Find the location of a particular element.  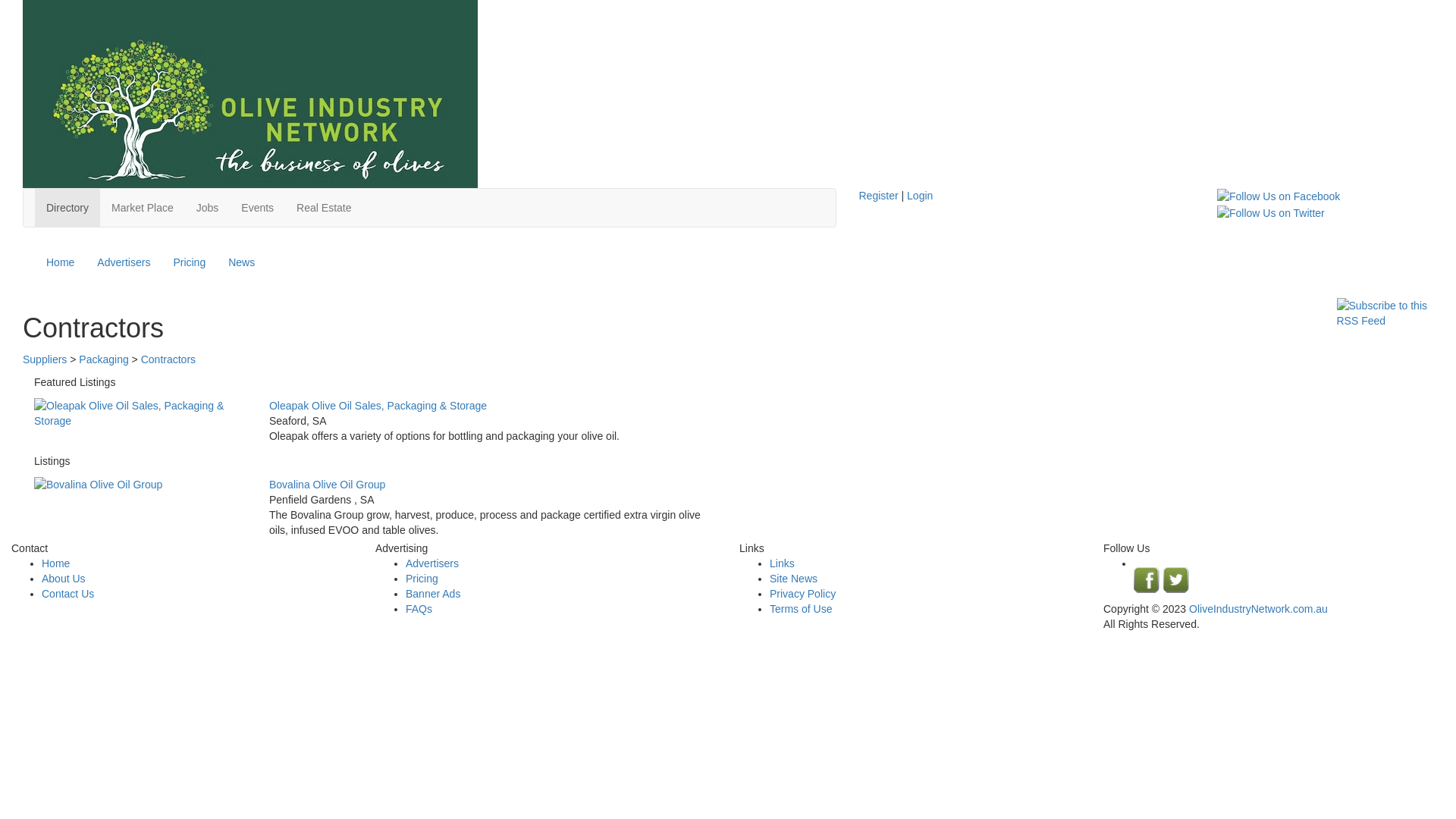

'Login' is located at coordinates (919, 195).